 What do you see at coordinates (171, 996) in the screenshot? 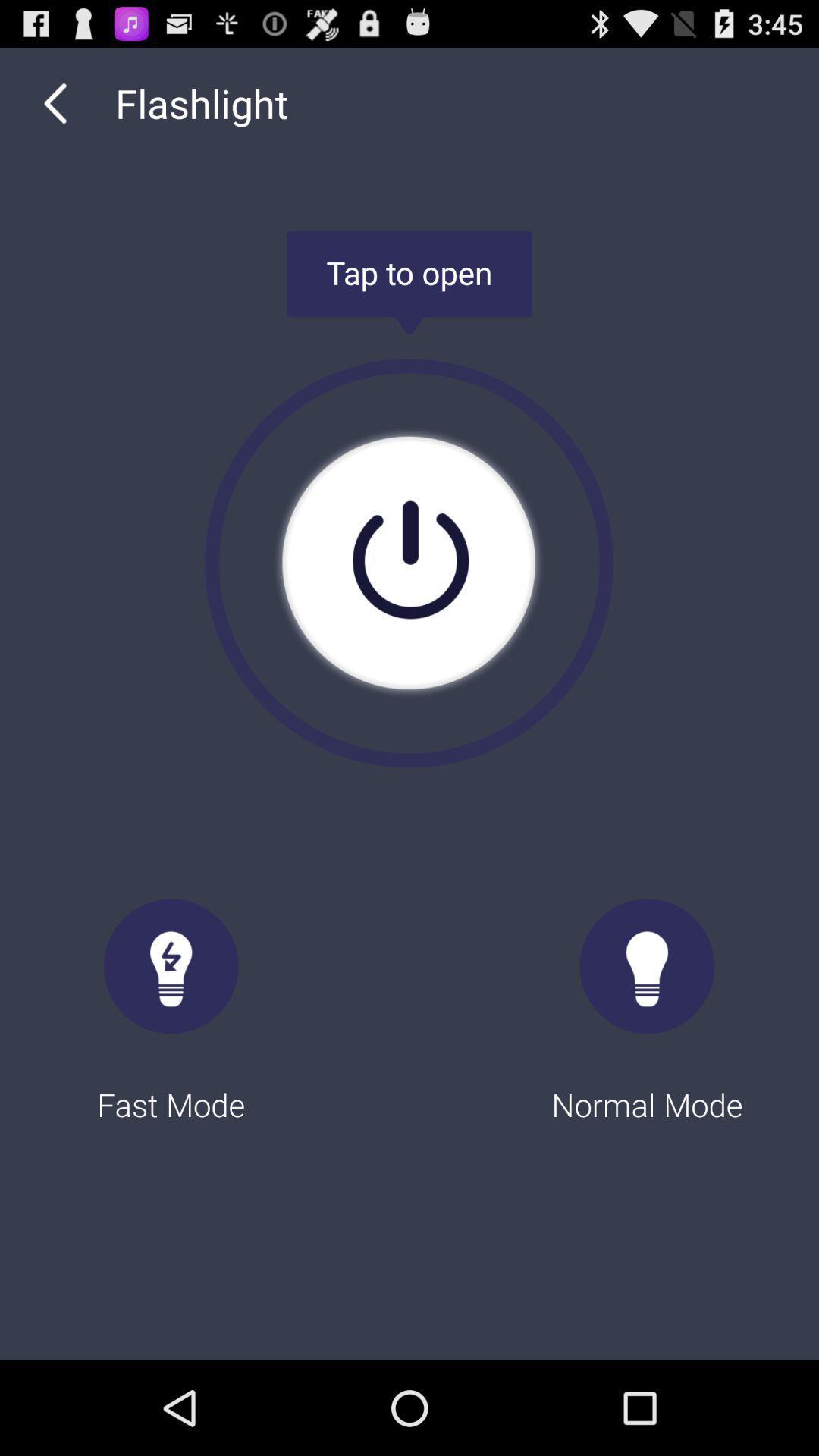
I see `the fast mode icon` at bounding box center [171, 996].